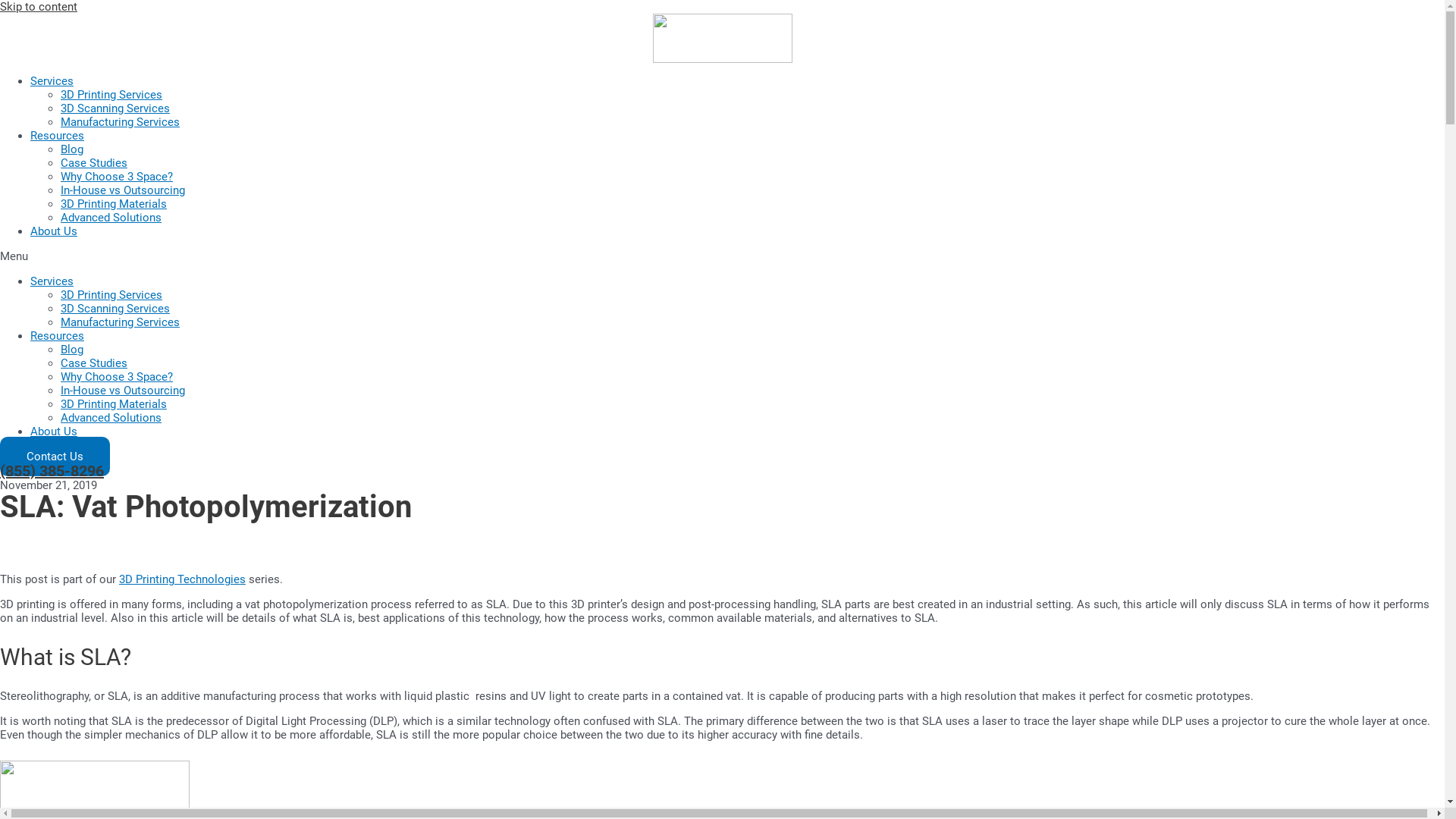 Image resolution: width=1456 pixels, height=819 pixels. Describe the element at coordinates (61, 189) in the screenshot. I see `'In-House vs Outsourcing'` at that location.